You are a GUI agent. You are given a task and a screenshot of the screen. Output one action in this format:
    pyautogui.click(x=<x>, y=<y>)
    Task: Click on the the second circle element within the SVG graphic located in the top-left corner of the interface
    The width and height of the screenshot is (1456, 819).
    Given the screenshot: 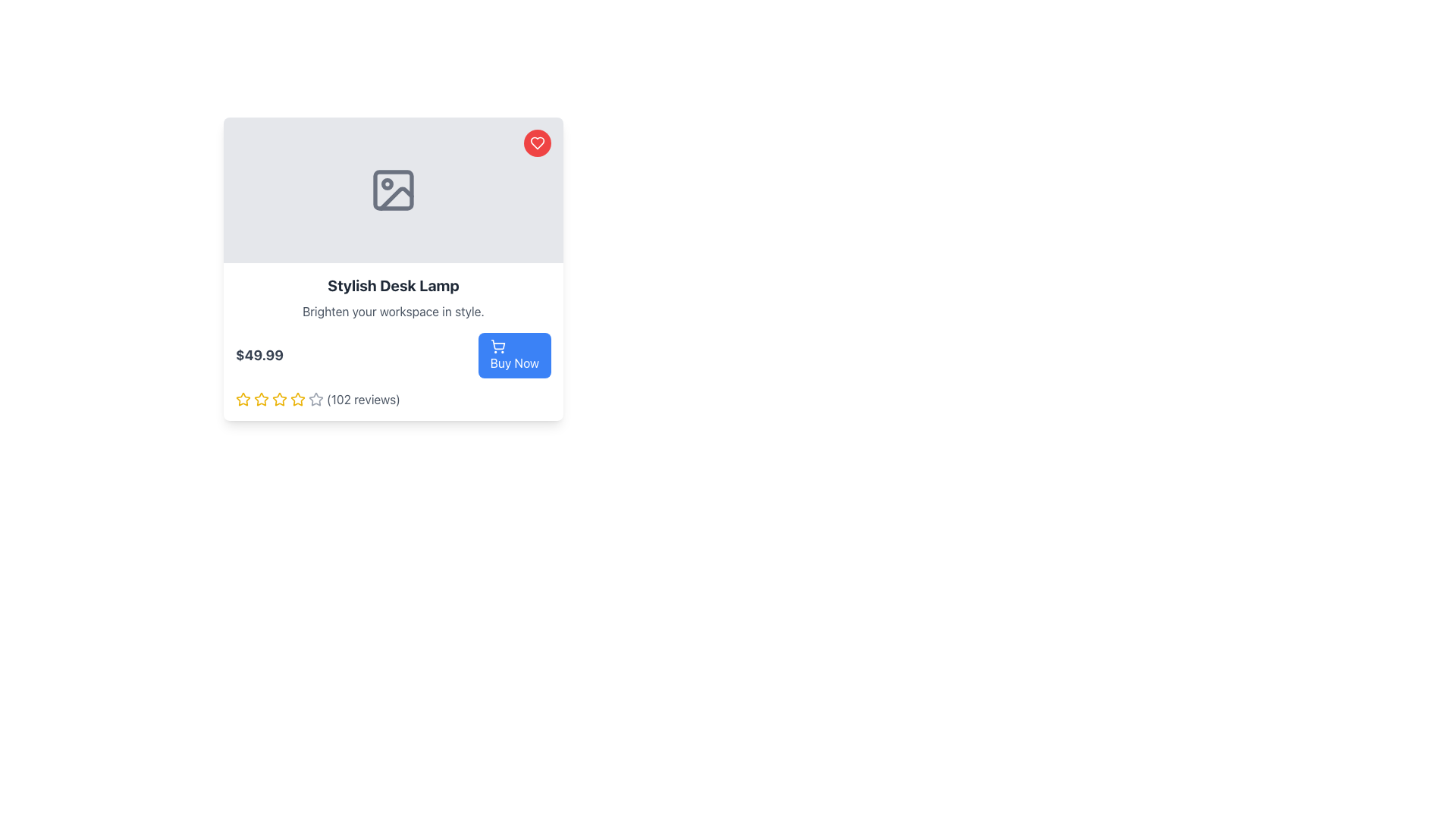 What is the action you would take?
    pyautogui.click(x=387, y=184)
    